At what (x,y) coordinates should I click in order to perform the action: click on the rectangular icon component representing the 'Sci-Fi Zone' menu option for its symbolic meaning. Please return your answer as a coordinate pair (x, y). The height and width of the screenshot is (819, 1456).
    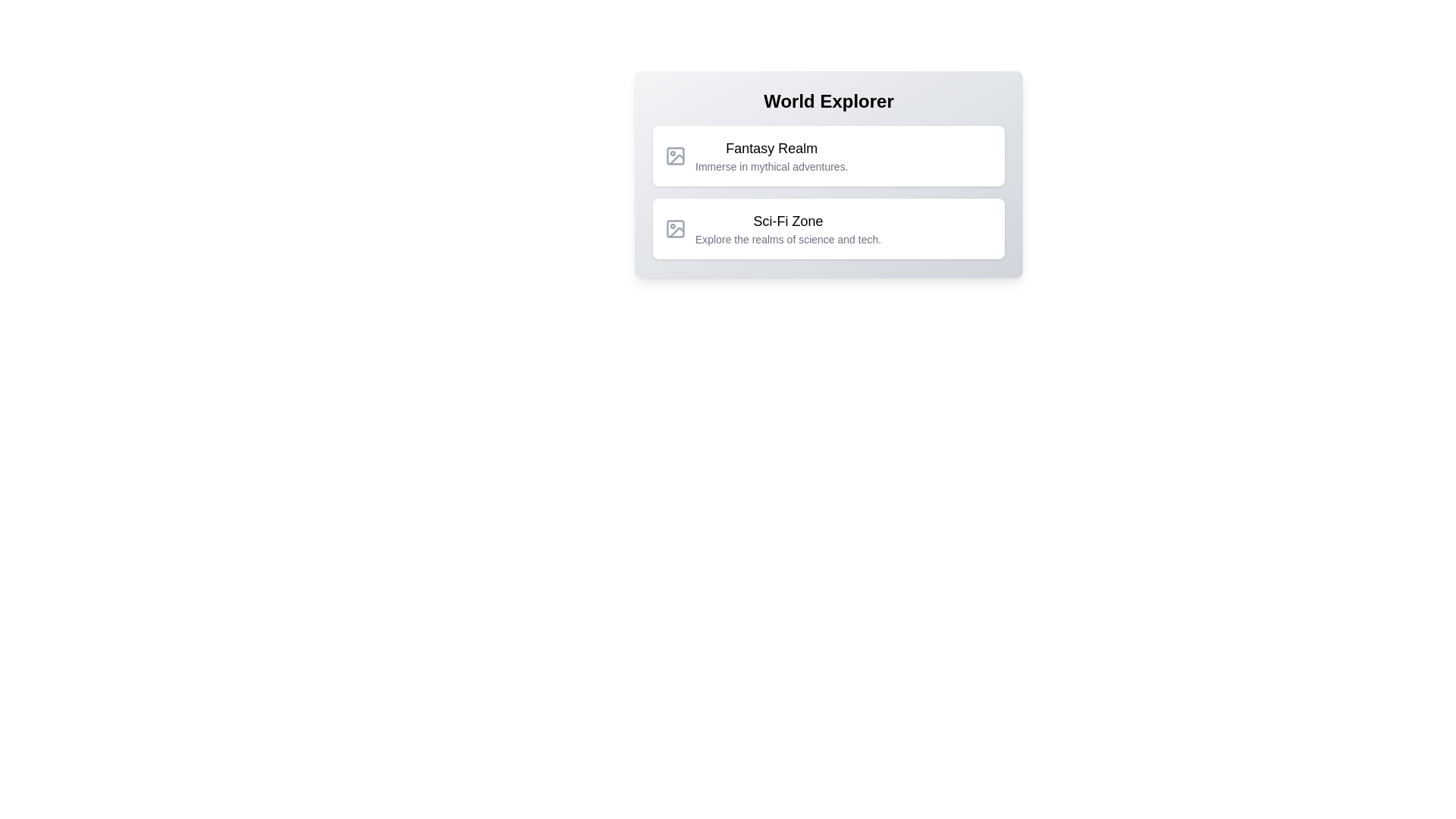
    Looking at the image, I should click on (675, 228).